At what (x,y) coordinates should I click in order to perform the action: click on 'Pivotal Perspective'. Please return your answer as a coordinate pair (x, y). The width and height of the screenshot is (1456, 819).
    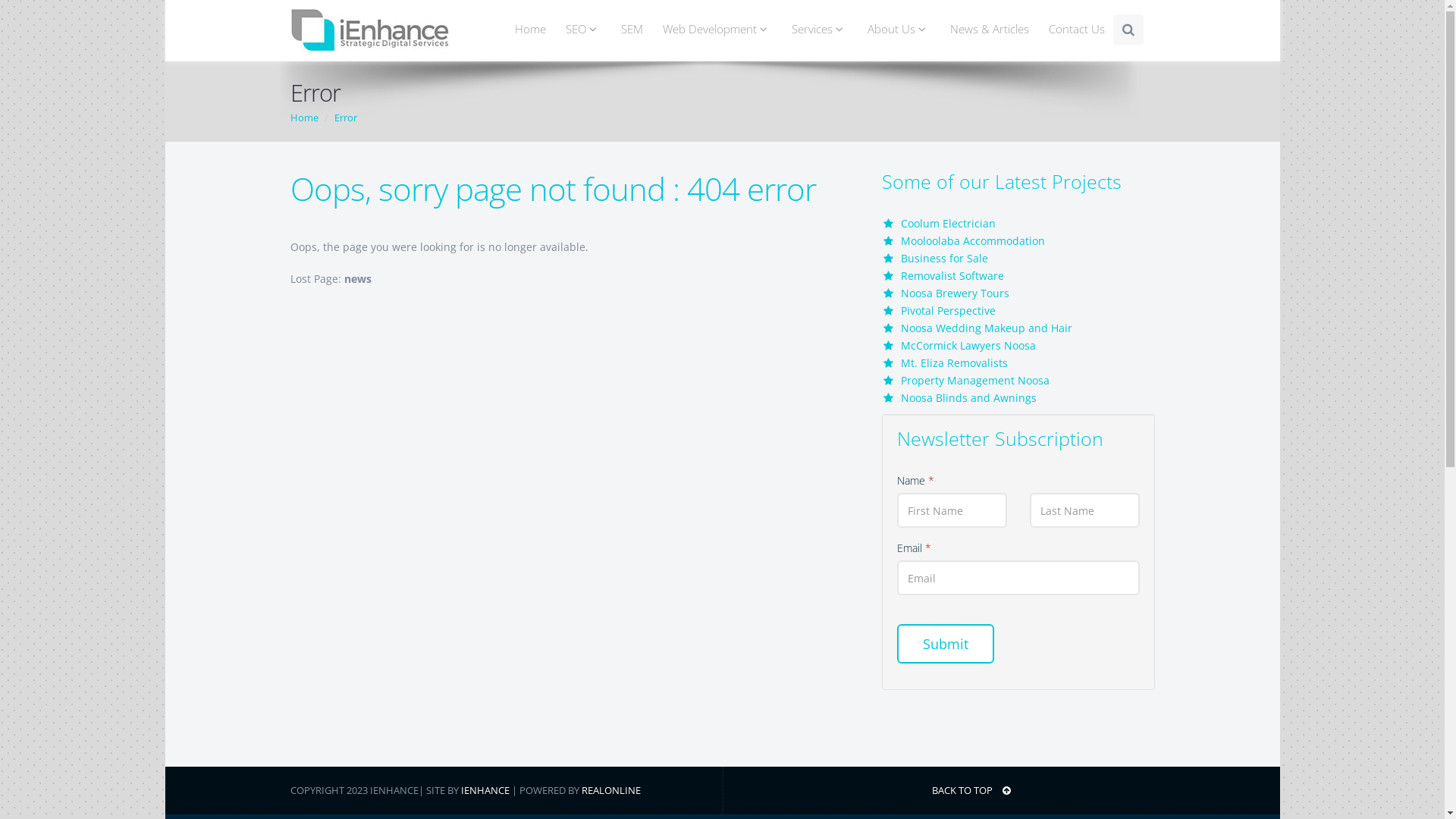
    Looking at the image, I should click on (947, 309).